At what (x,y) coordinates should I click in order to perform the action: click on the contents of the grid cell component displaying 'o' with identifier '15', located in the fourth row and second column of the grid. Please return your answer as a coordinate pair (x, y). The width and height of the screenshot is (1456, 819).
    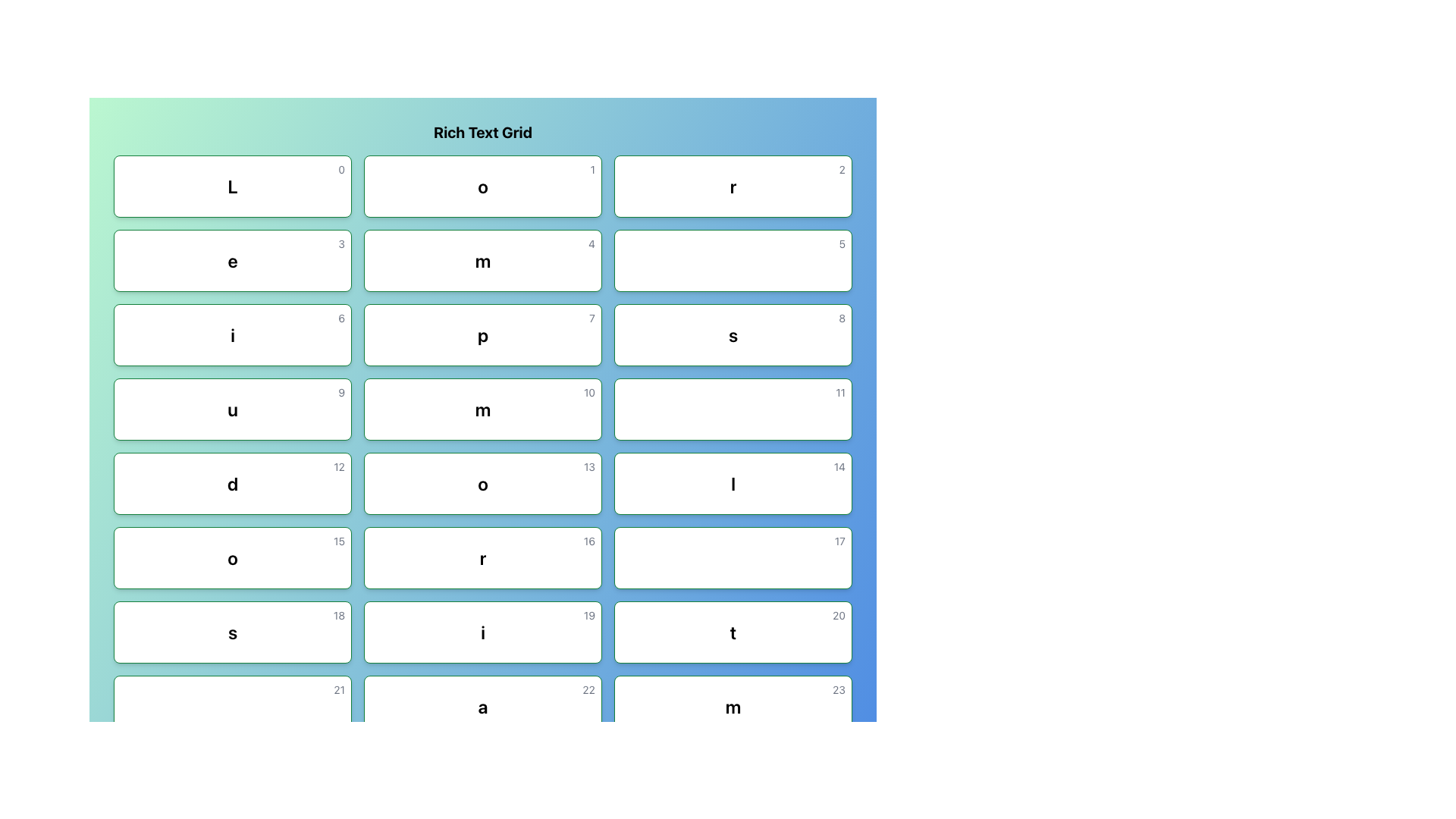
    Looking at the image, I should click on (232, 558).